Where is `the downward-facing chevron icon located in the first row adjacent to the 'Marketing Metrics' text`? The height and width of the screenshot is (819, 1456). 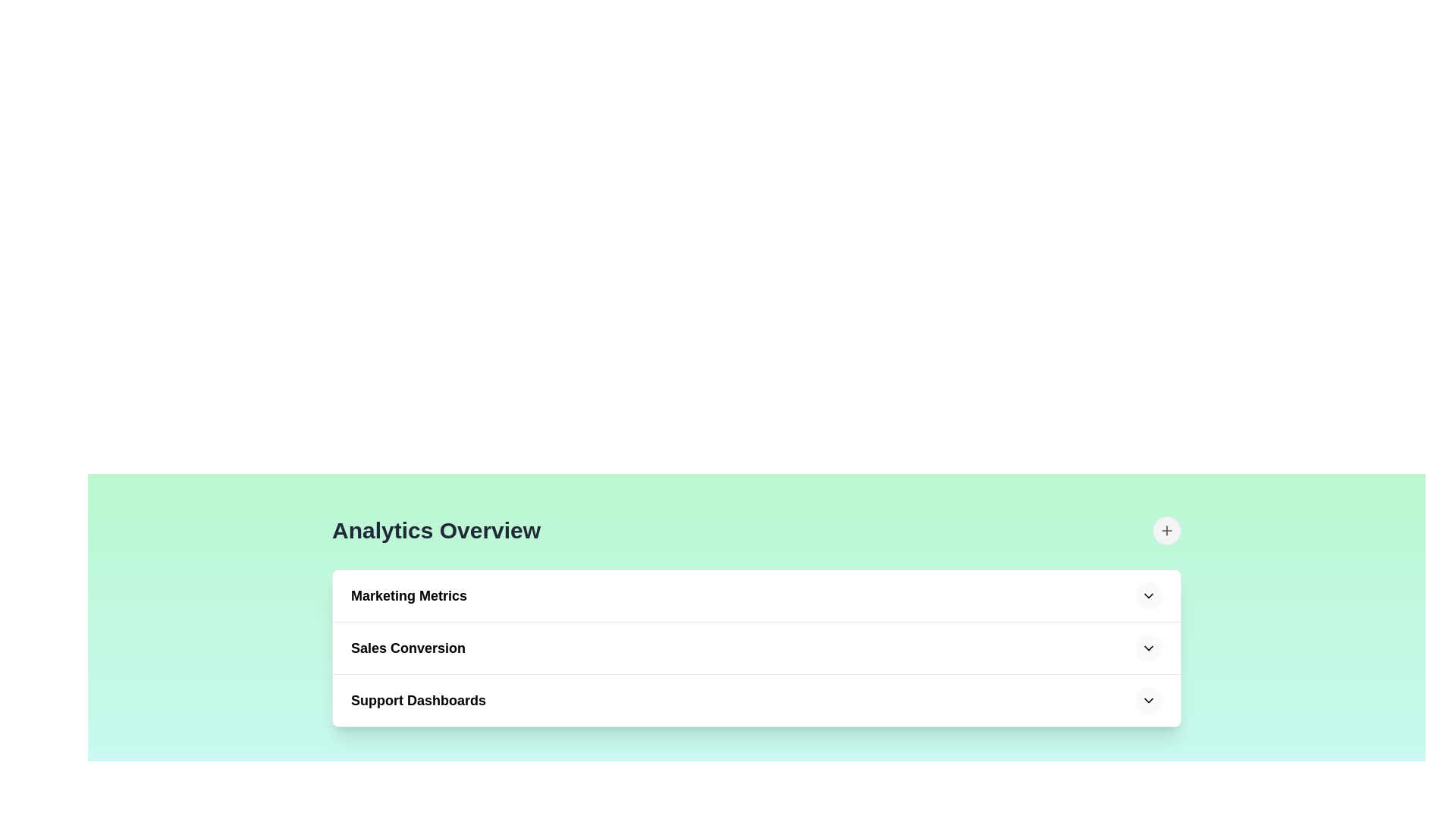 the downward-facing chevron icon located in the first row adjacent to the 'Marketing Metrics' text is located at coordinates (1149, 595).